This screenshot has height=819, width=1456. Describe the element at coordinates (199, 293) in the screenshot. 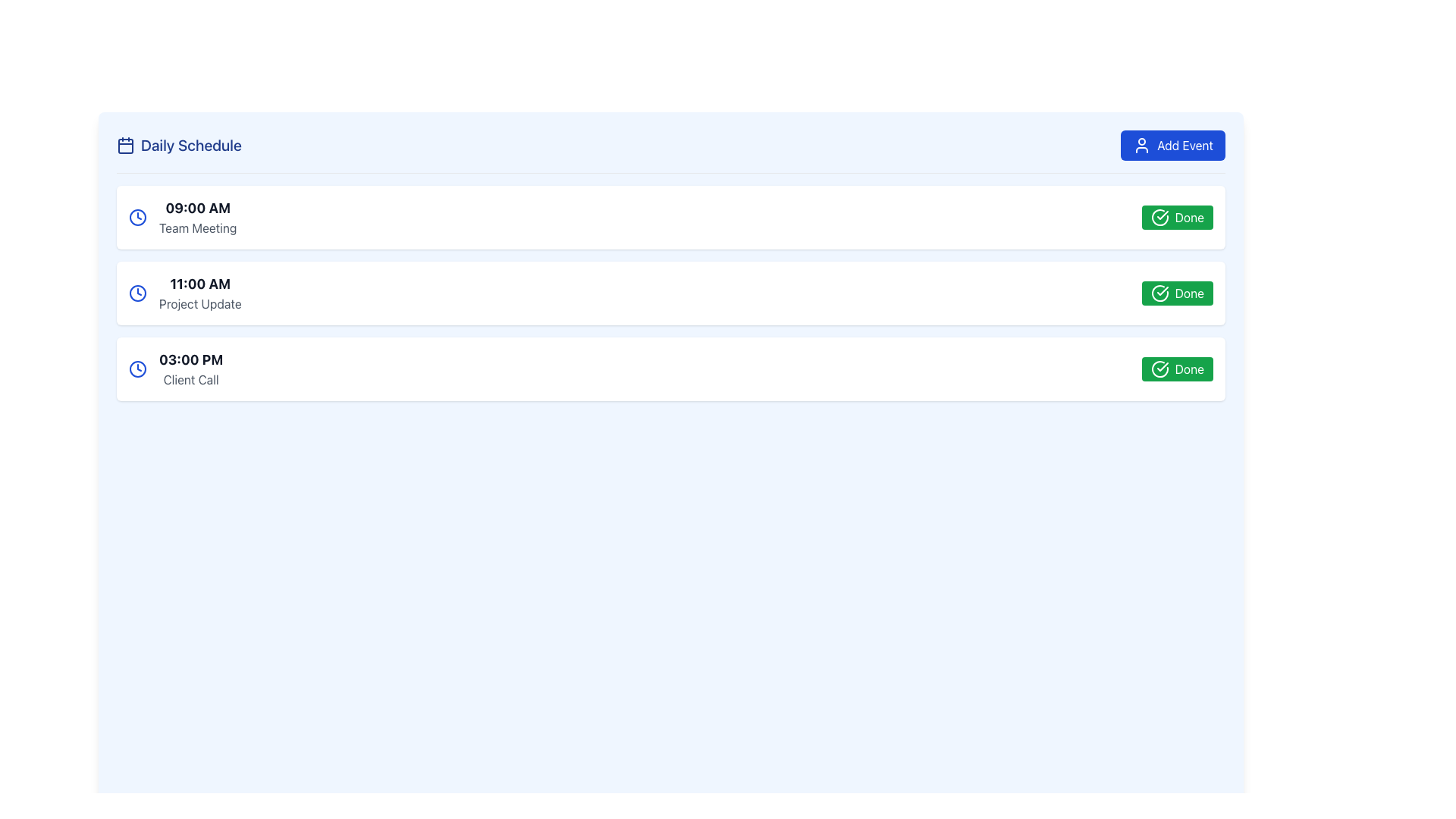

I see `the List Item displaying '11:00 AM' and 'Project Update'` at that location.